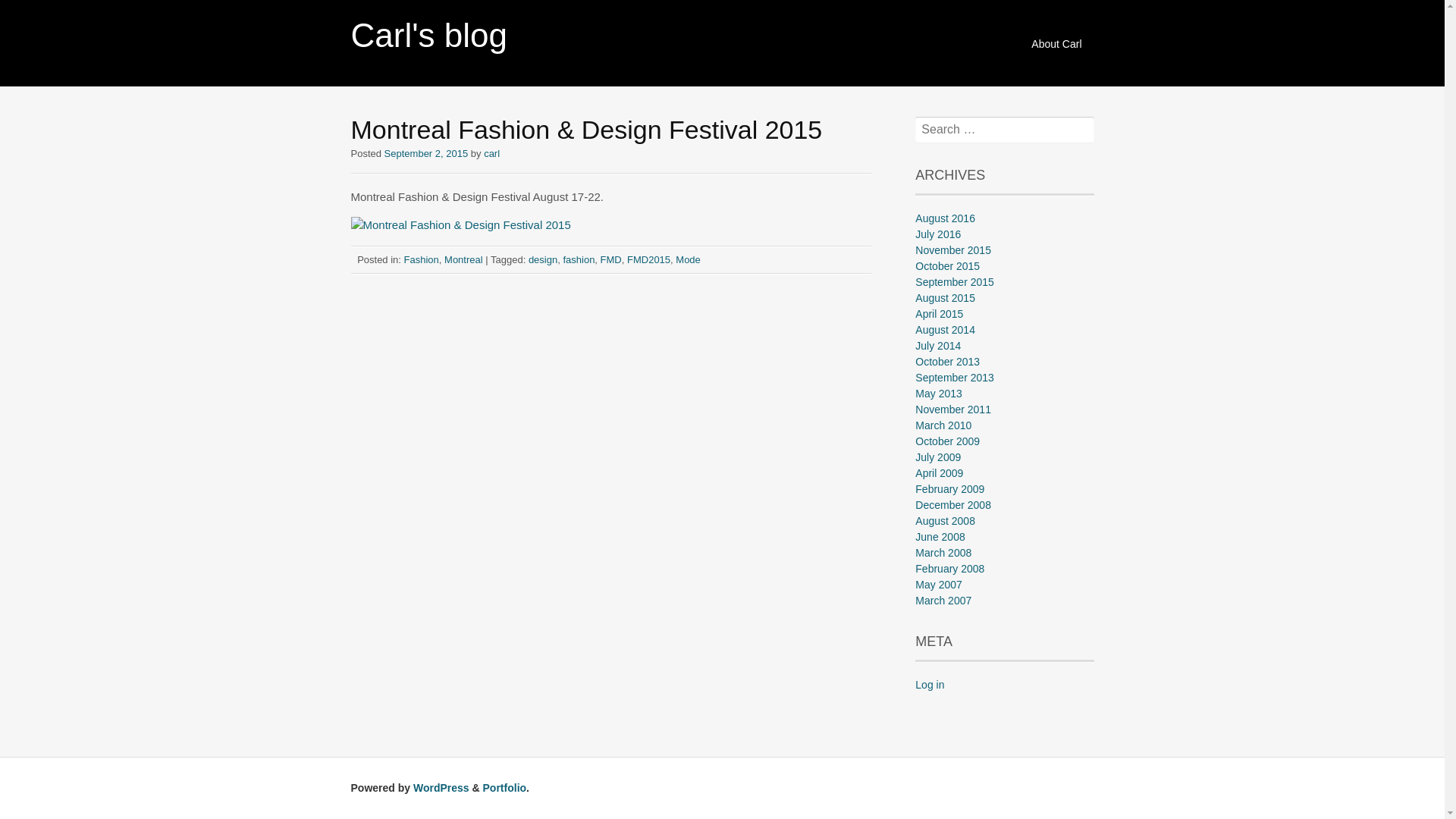 The height and width of the screenshot is (819, 1456). I want to click on 'August 2016', so click(944, 218).